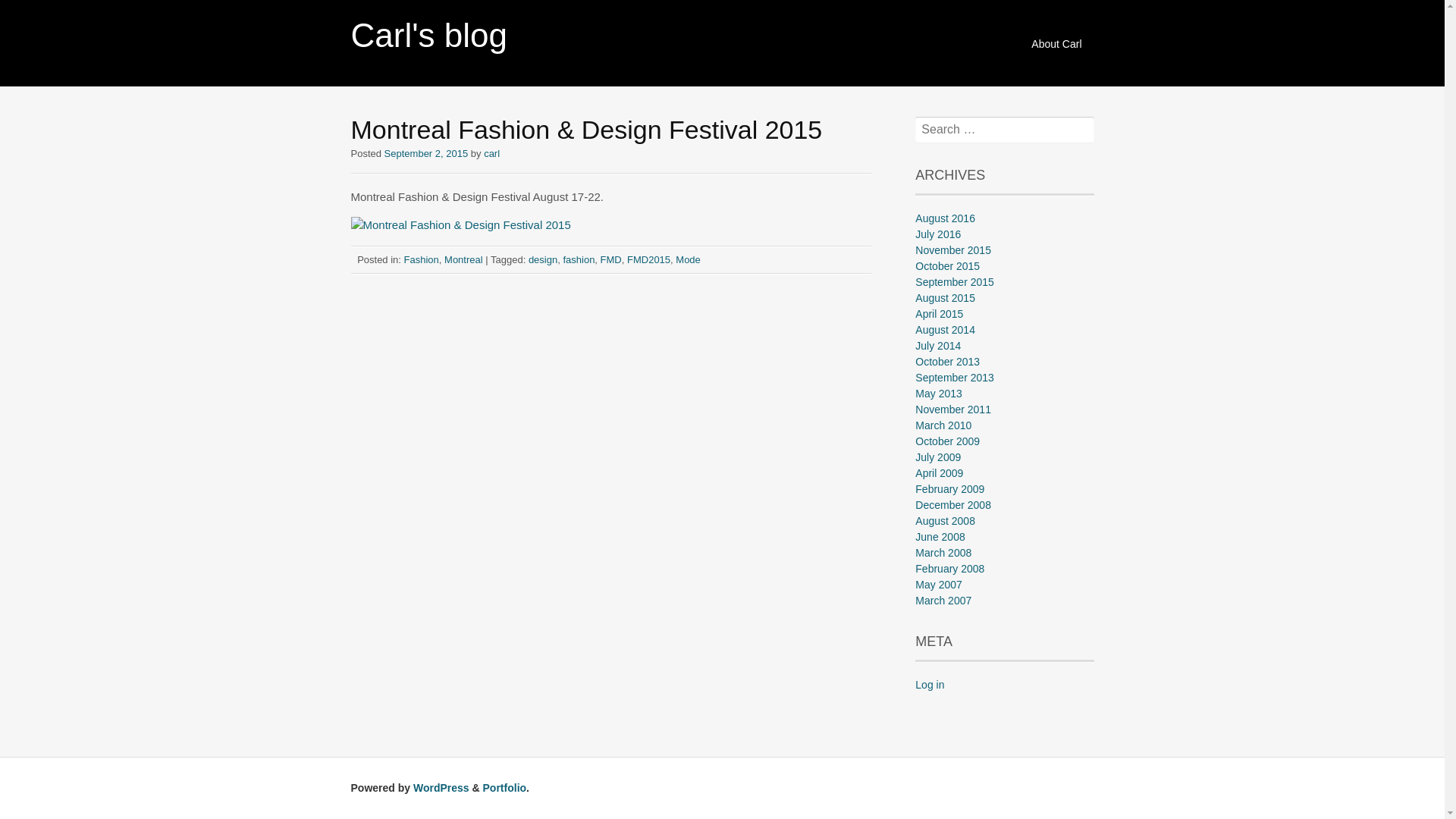 The height and width of the screenshot is (819, 1456). I want to click on 'August 2016', so click(944, 218).